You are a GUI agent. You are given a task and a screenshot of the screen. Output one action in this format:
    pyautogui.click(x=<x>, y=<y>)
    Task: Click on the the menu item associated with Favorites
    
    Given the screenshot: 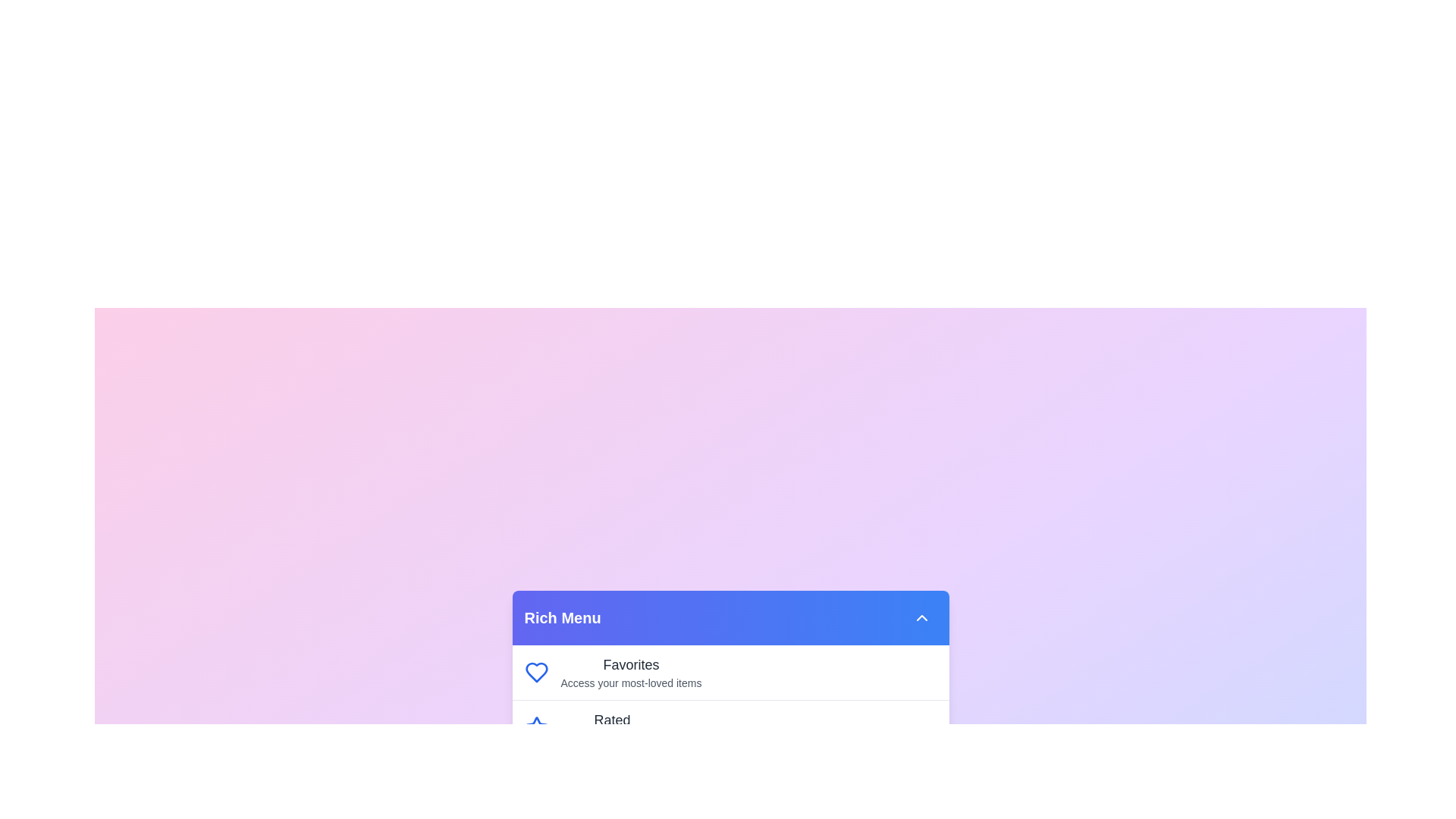 What is the action you would take?
    pyautogui.click(x=536, y=672)
    